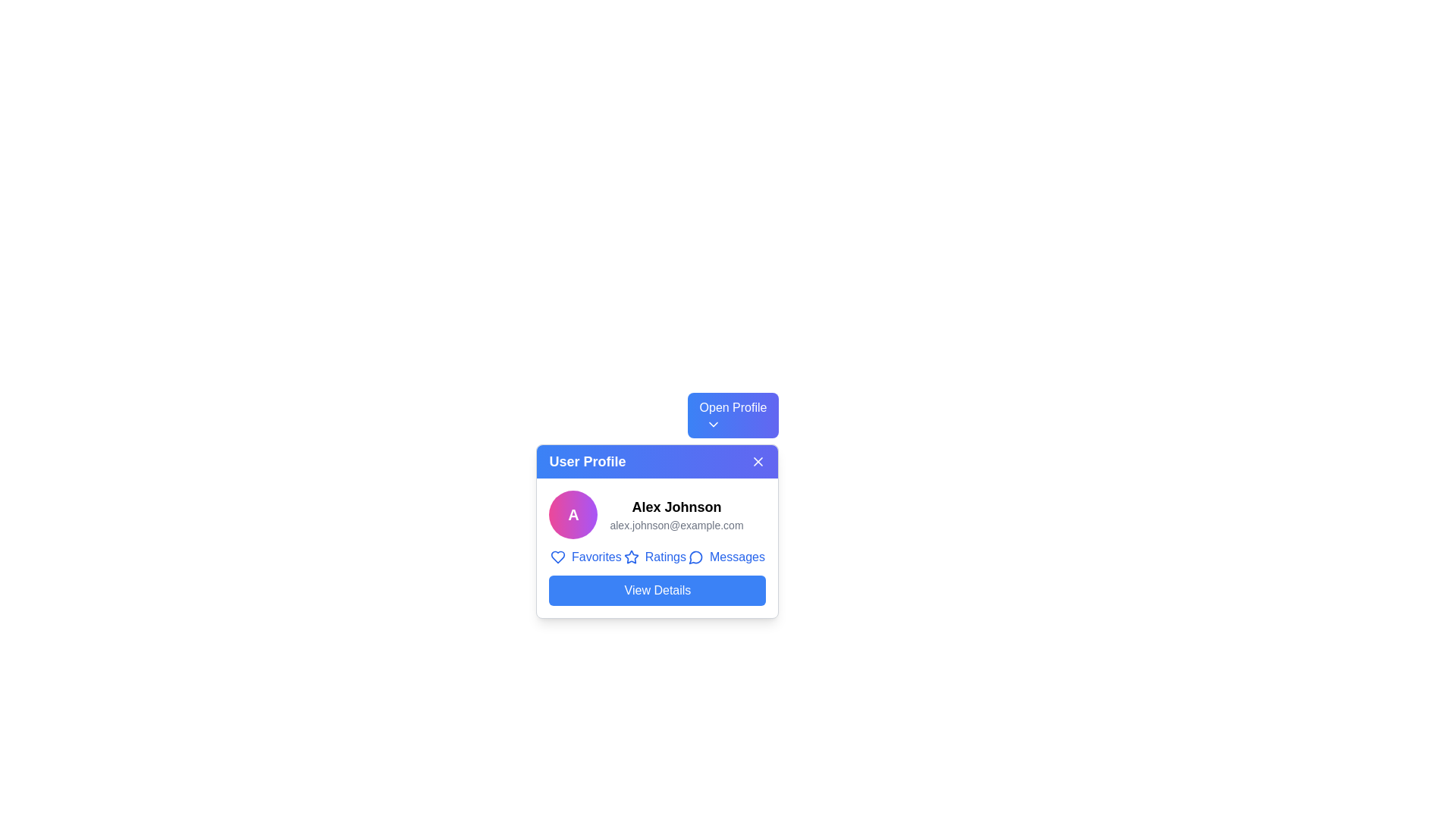 Image resolution: width=1456 pixels, height=819 pixels. What do you see at coordinates (665, 557) in the screenshot?
I see `the 'Ratings' text label located in the footer section of the 'User Profile' card` at bounding box center [665, 557].